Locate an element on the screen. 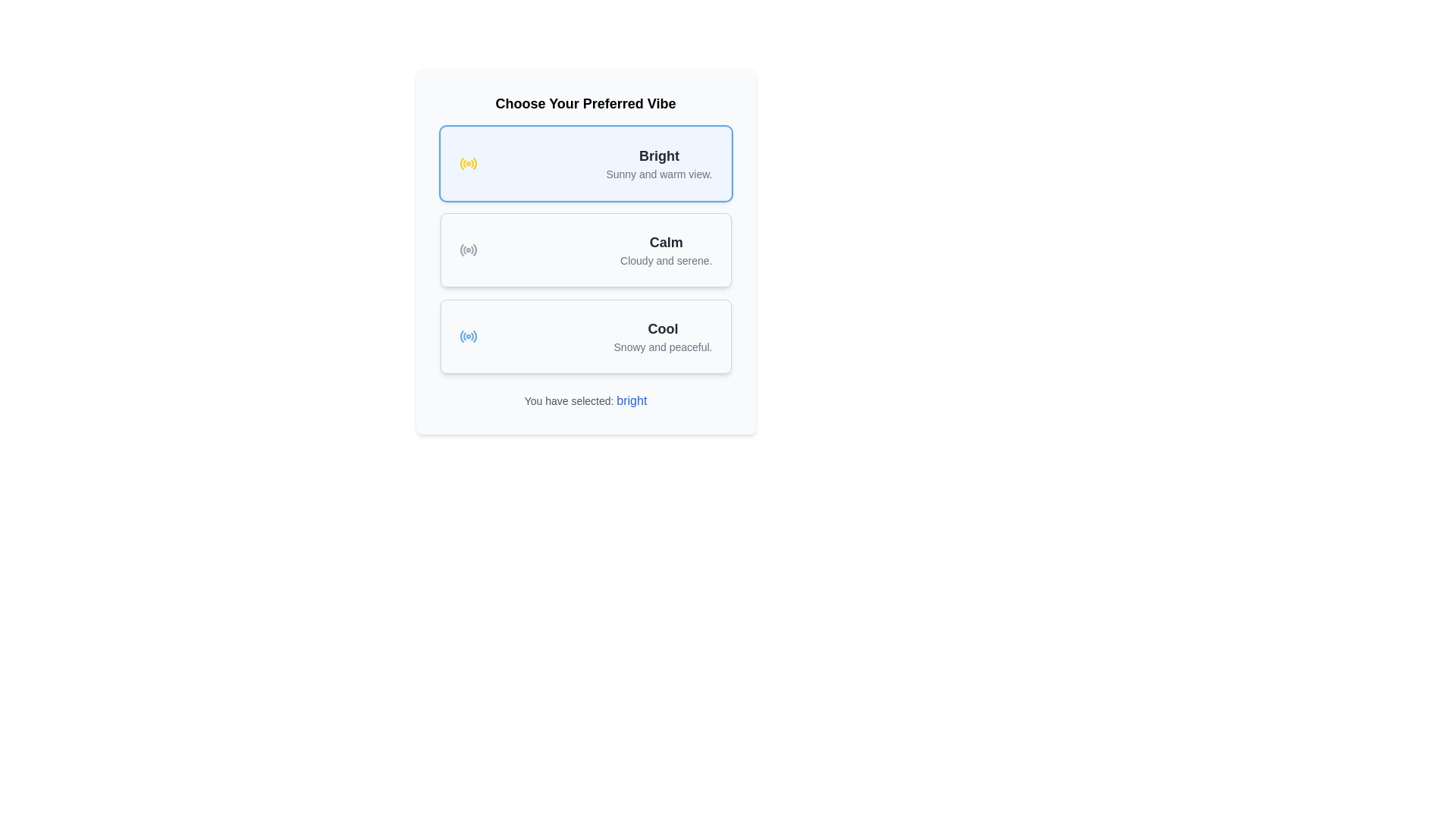 The width and height of the screenshot is (1456, 819). the bold text component displaying the word 'Cool' in dark gray, which is positioned above the smaller text 'Snowy and peaceful.' in the third option of a list is located at coordinates (663, 328).